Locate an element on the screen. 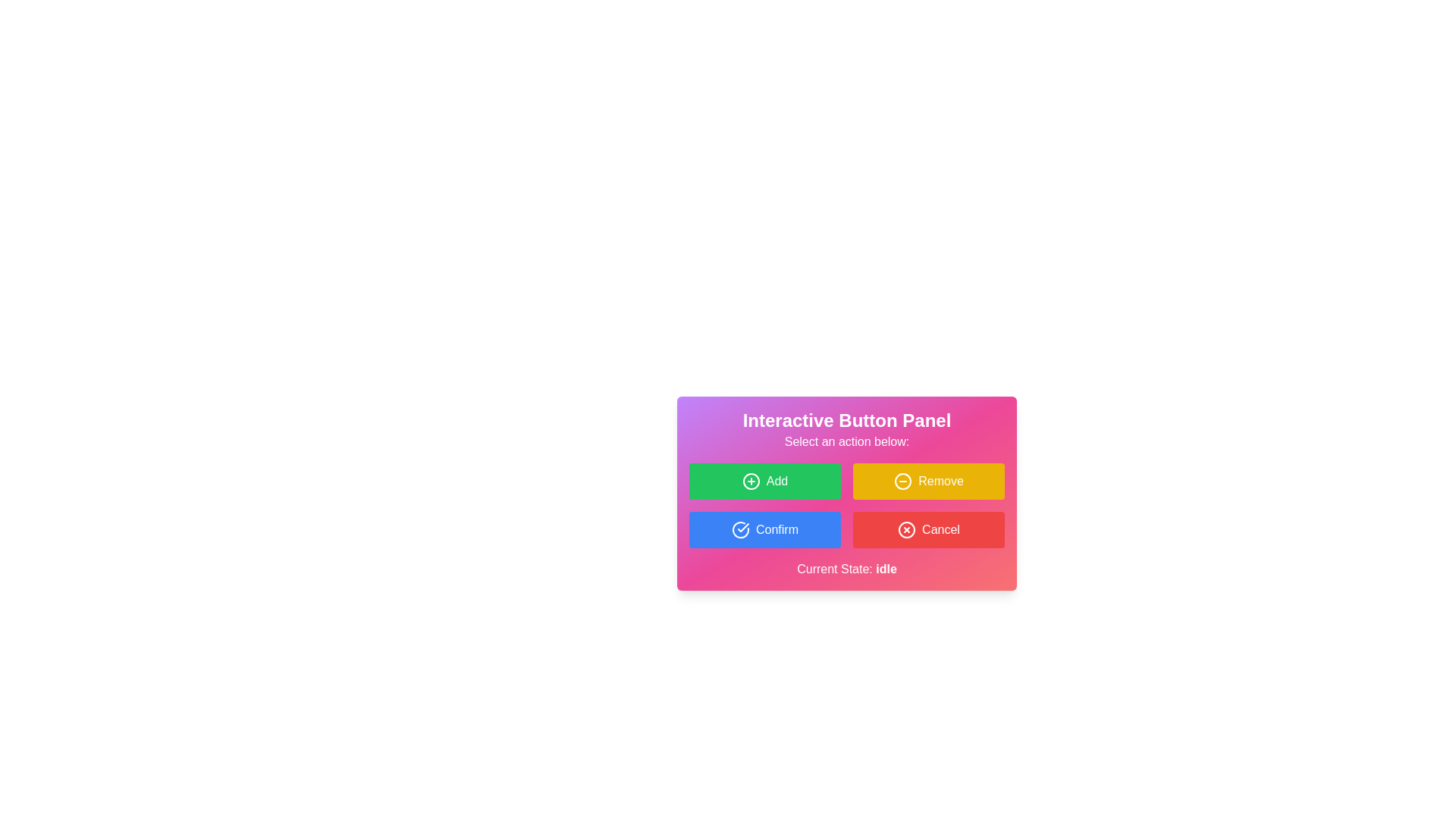 The width and height of the screenshot is (1456, 819). the circular icon within the green 'Add' button located in the top-left corner of the four-button grid is located at coordinates (751, 482).